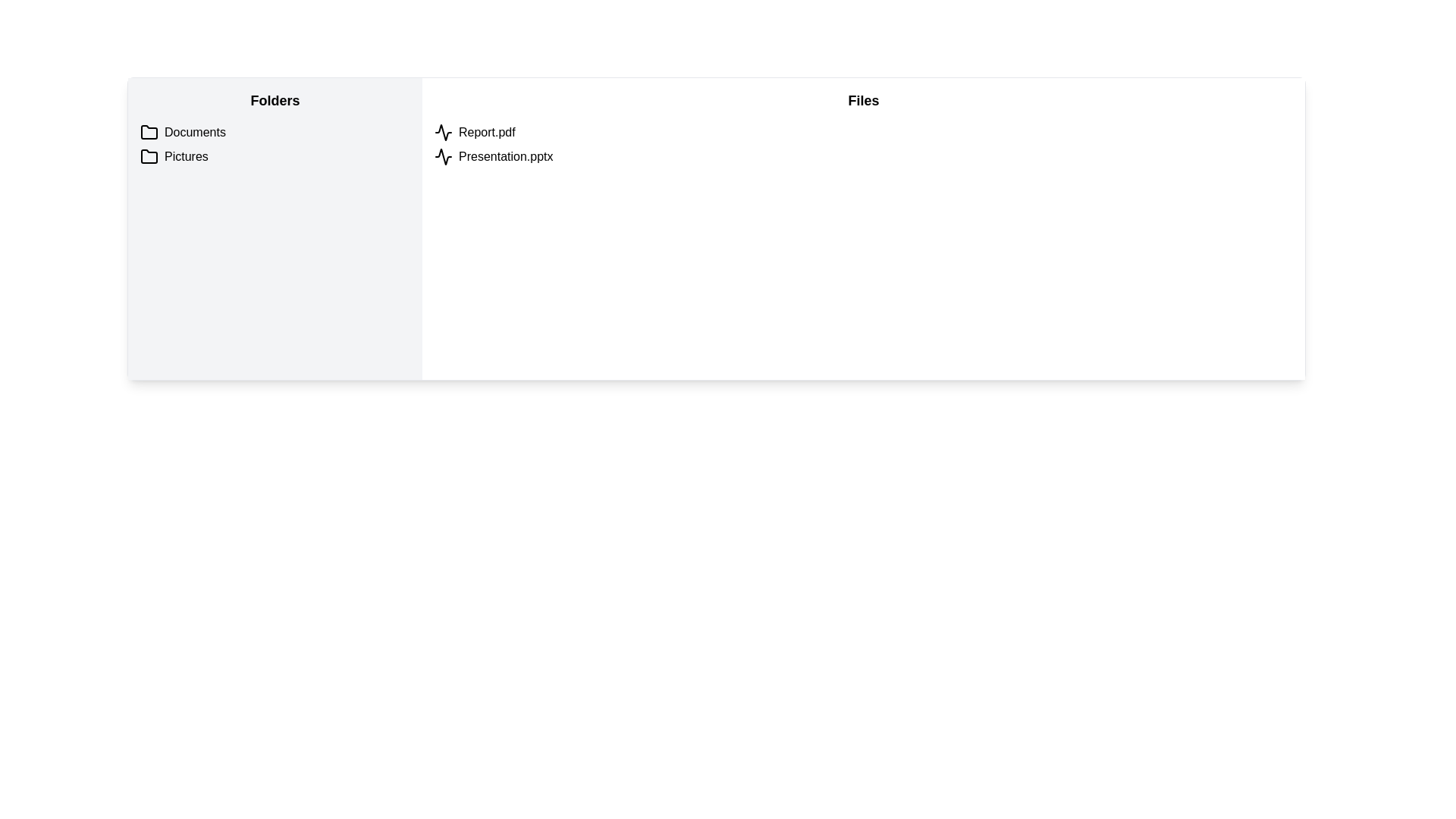 The height and width of the screenshot is (819, 1456). What do you see at coordinates (443, 157) in the screenshot?
I see `the activity icon represented by a waveform-like line style located next to the text 'Presentation.pptx'` at bounding box center [443, 157].